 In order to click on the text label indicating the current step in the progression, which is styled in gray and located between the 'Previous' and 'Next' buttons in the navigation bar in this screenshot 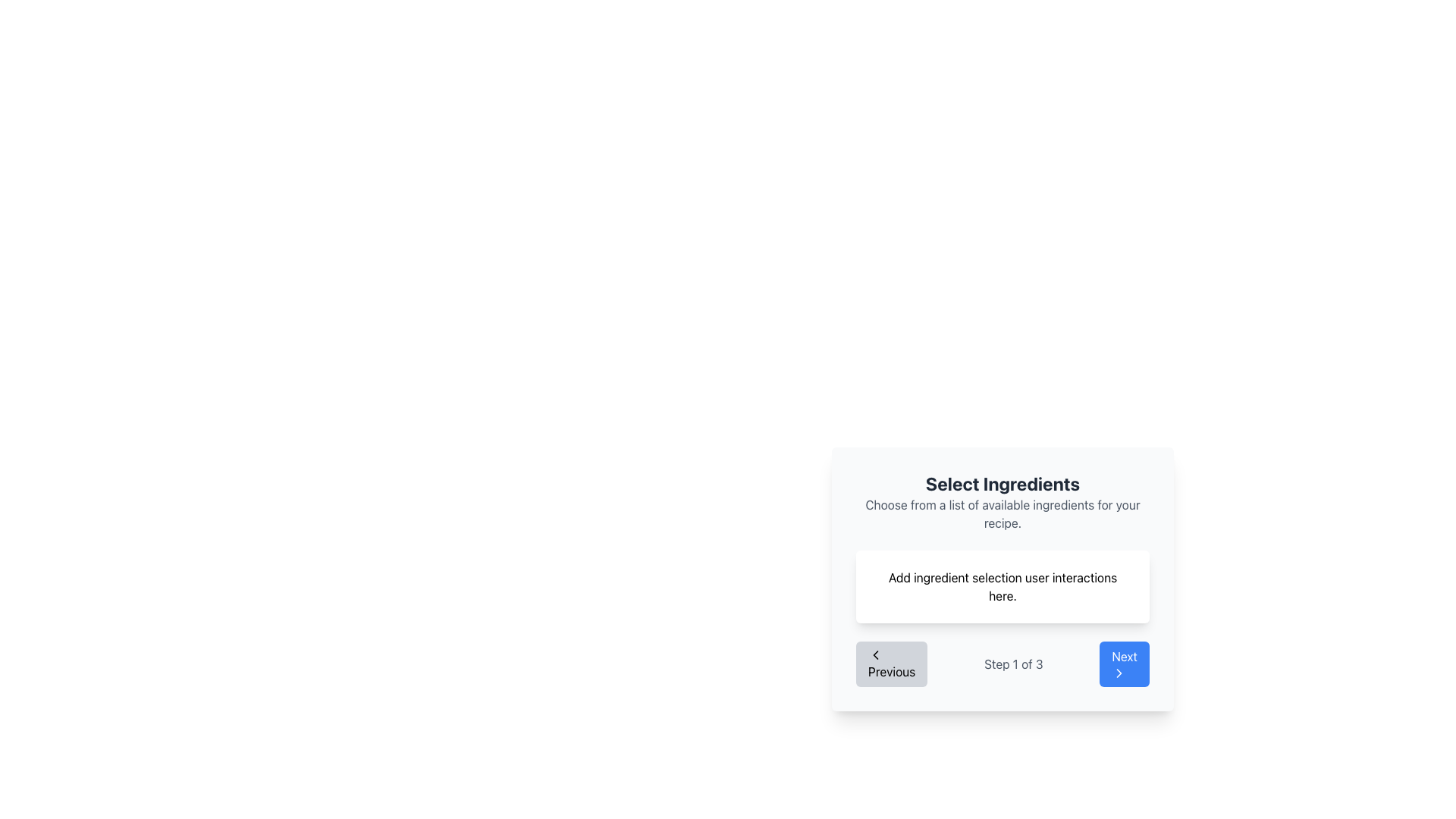, I will do `click(1013, 663)`.